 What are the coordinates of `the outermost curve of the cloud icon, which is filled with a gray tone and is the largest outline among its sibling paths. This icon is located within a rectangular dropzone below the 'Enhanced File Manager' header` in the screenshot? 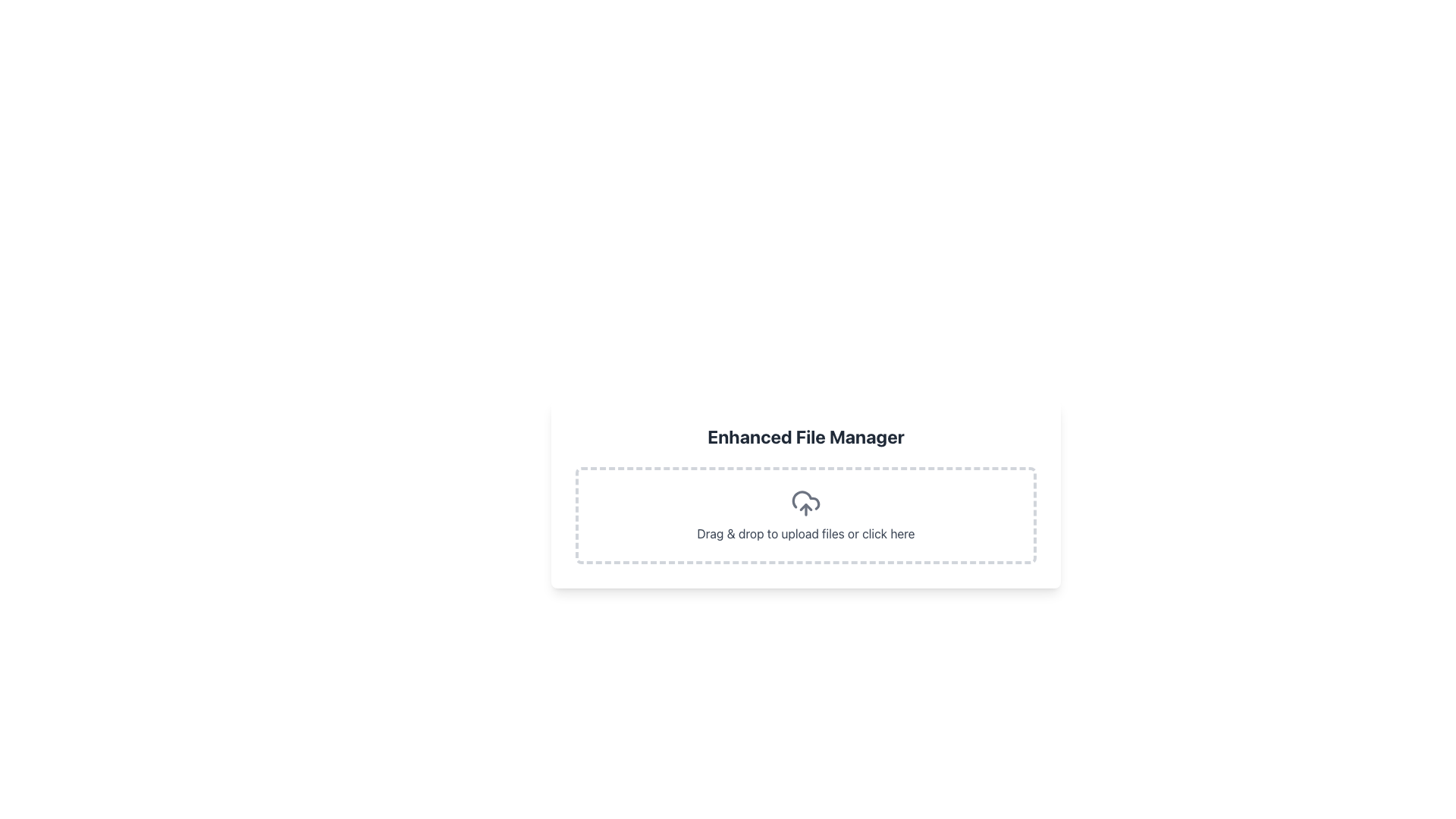 It's located at (805, 500).